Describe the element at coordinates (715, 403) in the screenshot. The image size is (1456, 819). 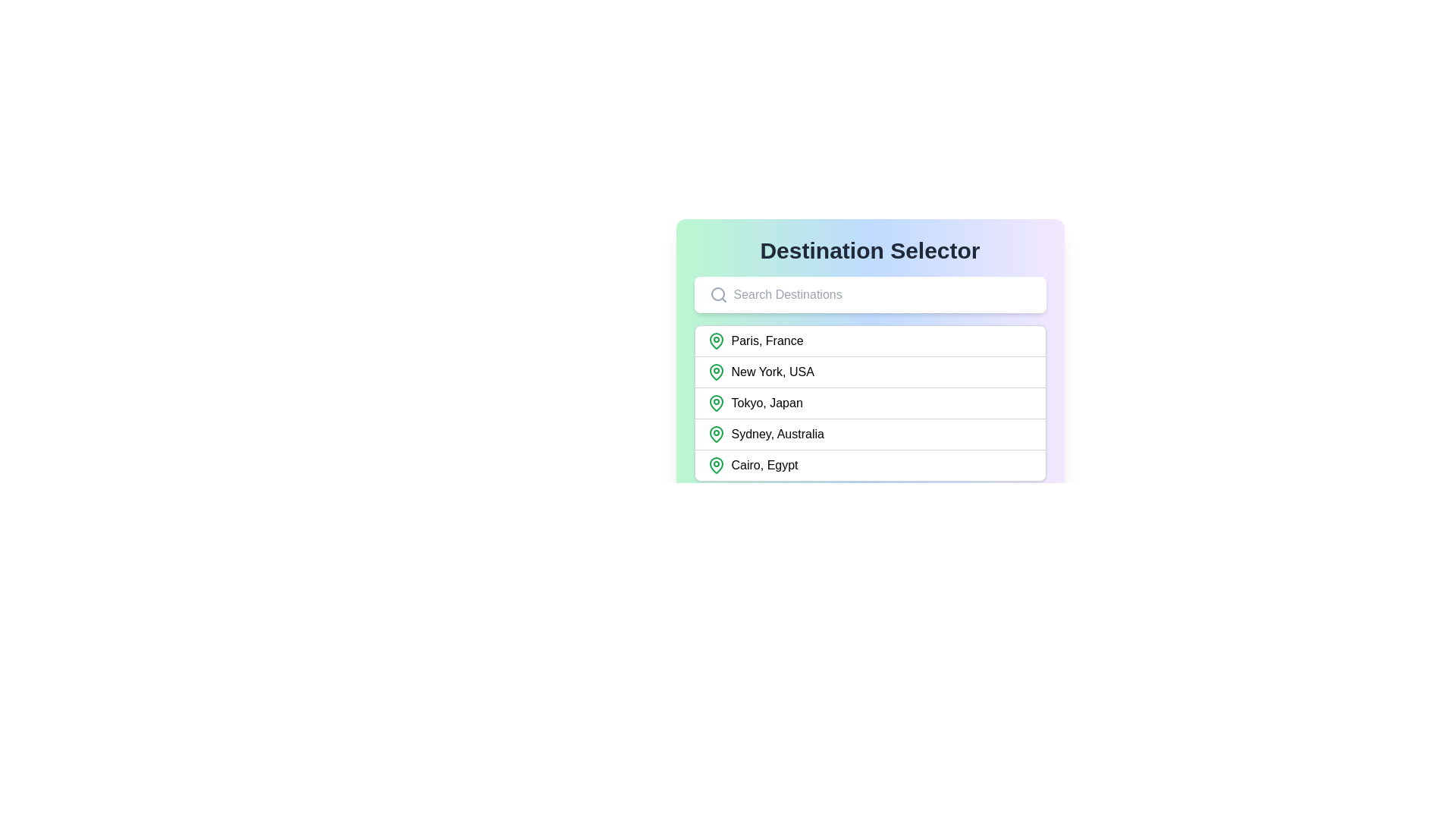
I see `the map pin icon marking the location for 'Tokyo, Japan', which is located to the left of the text label in the third row of the destination list below the 'Destination Selector' search bar` at that location.